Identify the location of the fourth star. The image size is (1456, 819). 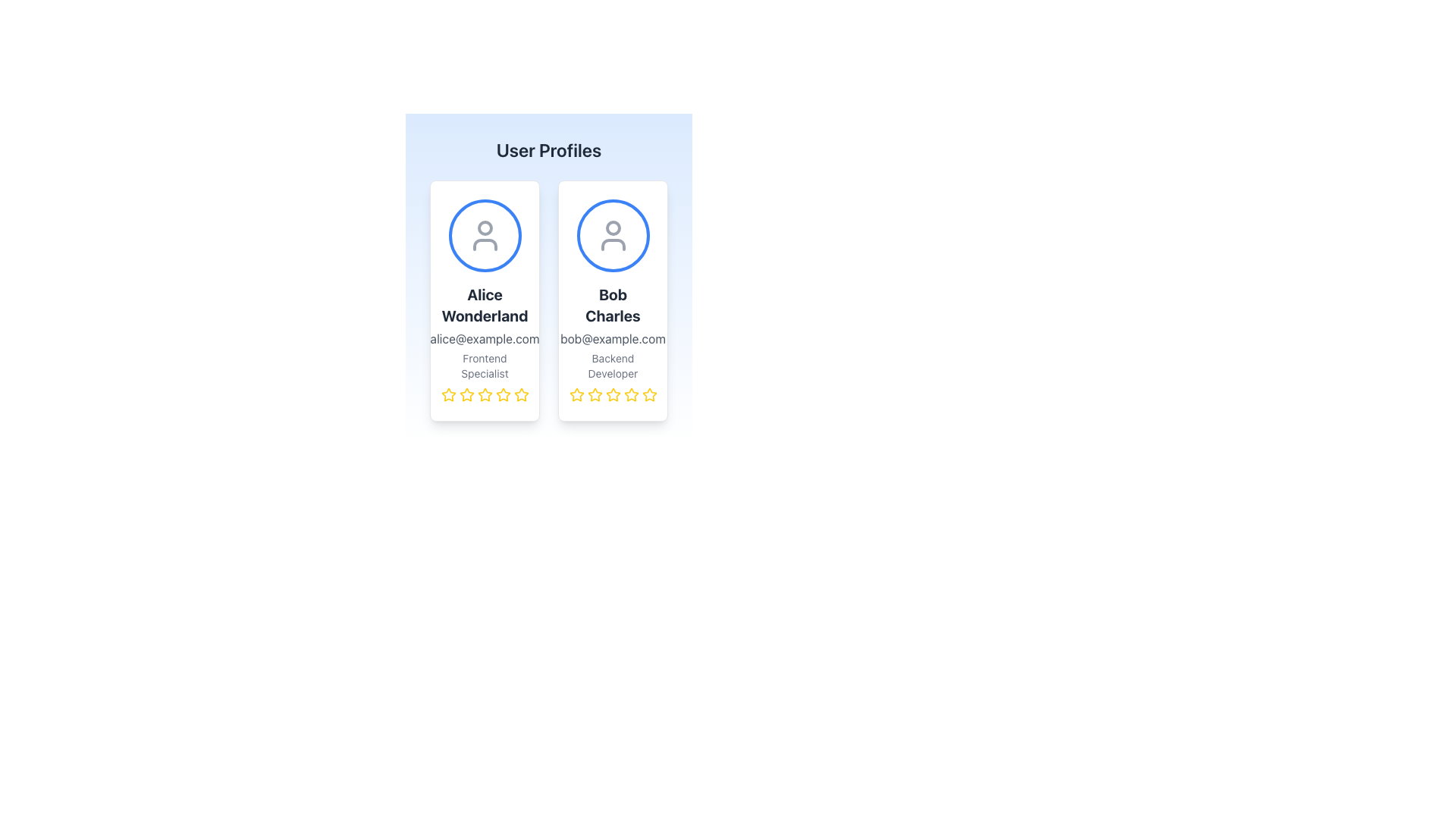
(612, 394).